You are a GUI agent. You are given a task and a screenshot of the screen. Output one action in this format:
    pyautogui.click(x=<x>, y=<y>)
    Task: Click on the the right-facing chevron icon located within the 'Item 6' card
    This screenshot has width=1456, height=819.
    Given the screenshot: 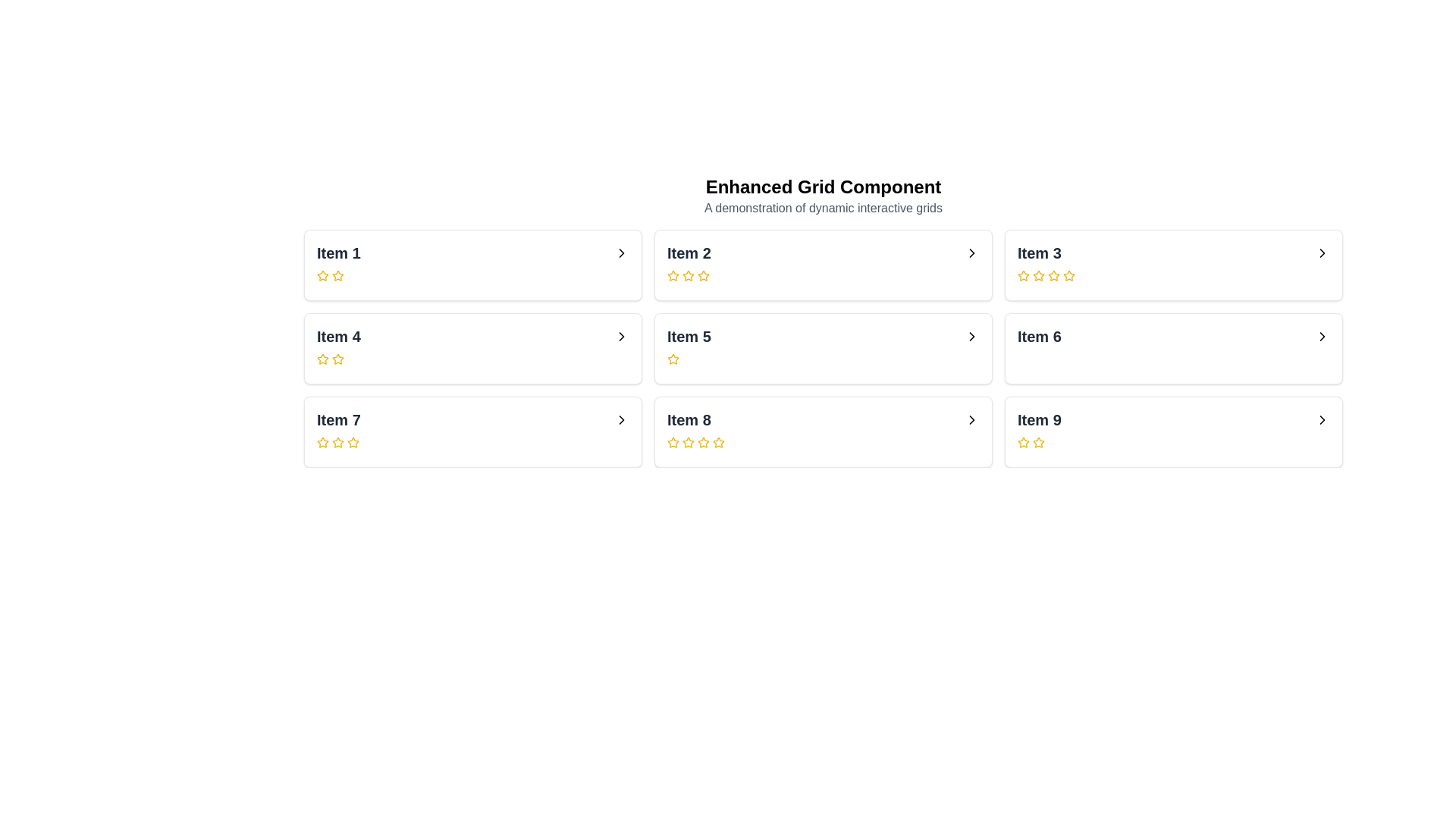 What is the action you would take?
    pyautogui.click(x=1321, y=335)
    